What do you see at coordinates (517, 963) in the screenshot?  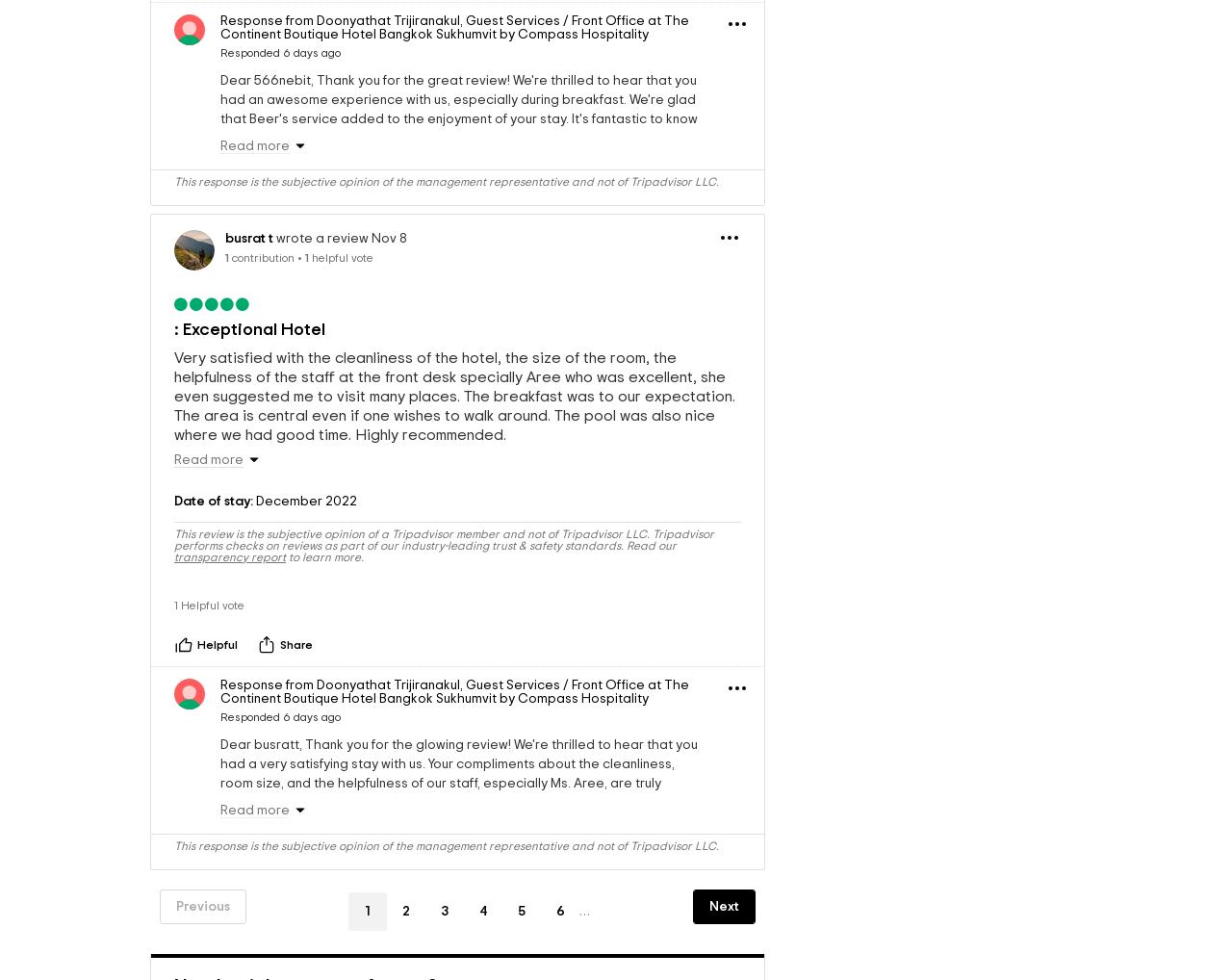 I see `'5'` at bounding box center [517, 963].